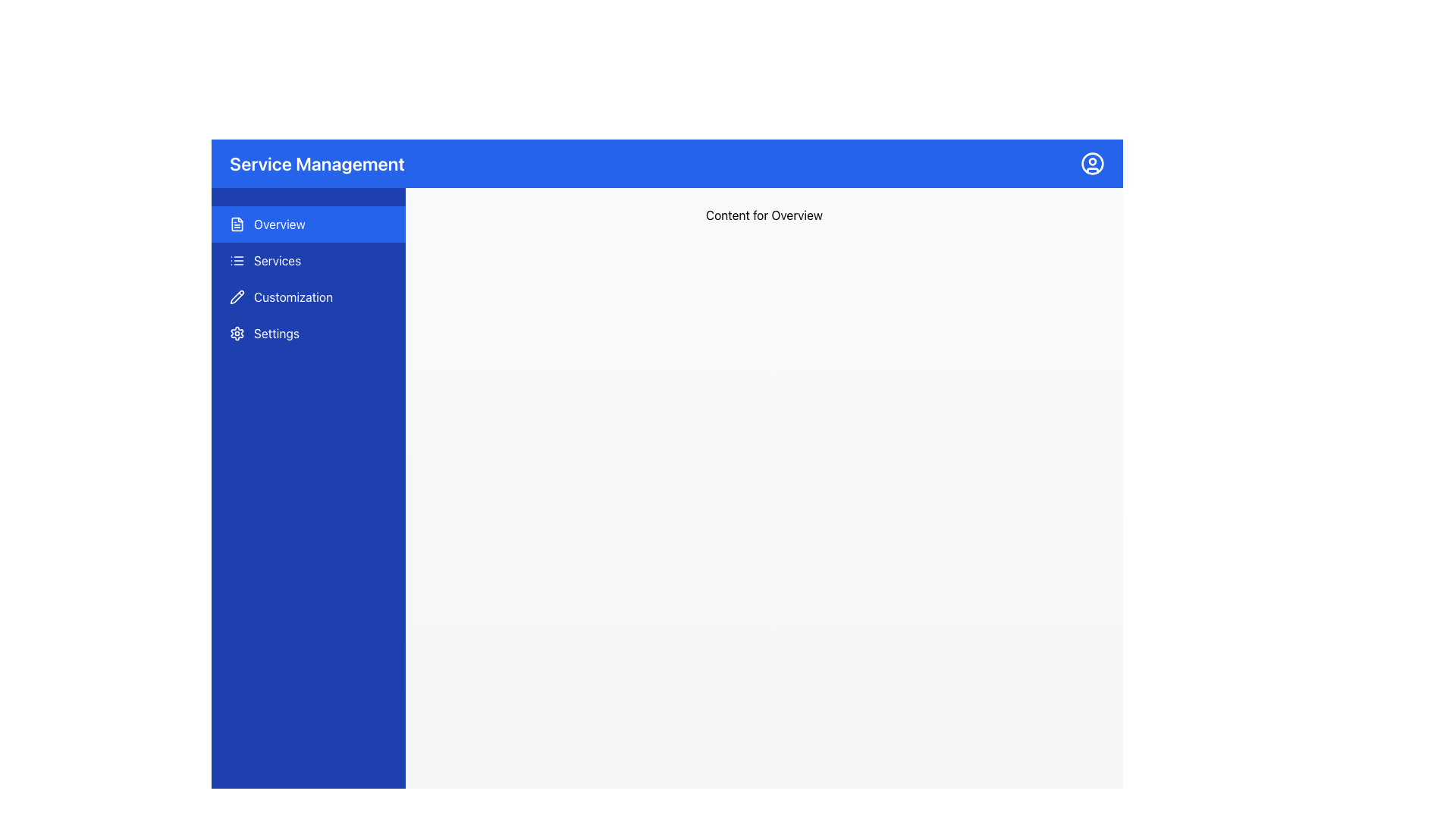 The width and height of the screenshot is (1456, 819). What do you see at coordinates (236, 259) in the screenshot?
I see `the appearance of the vertically oriented icon resembling a bulleted list, located to the left of the text 'Services' in the vertical navigation menu` at bounding box center [236, 259].